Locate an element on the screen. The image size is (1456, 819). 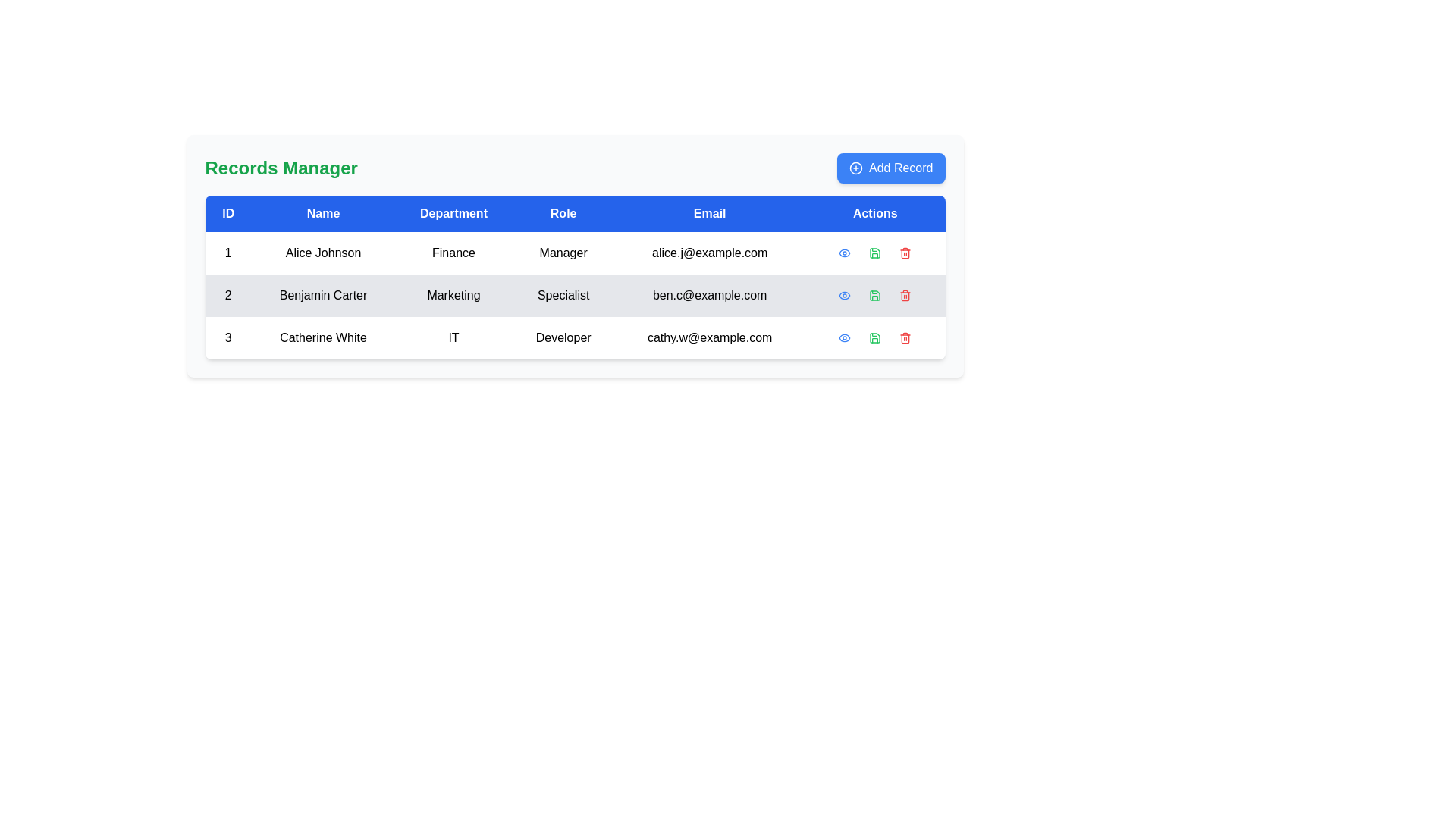
the save icon, which is a green disk symbol located in the Actions column of the table row for 'Catherine White' is located at coordinates (875, 337).